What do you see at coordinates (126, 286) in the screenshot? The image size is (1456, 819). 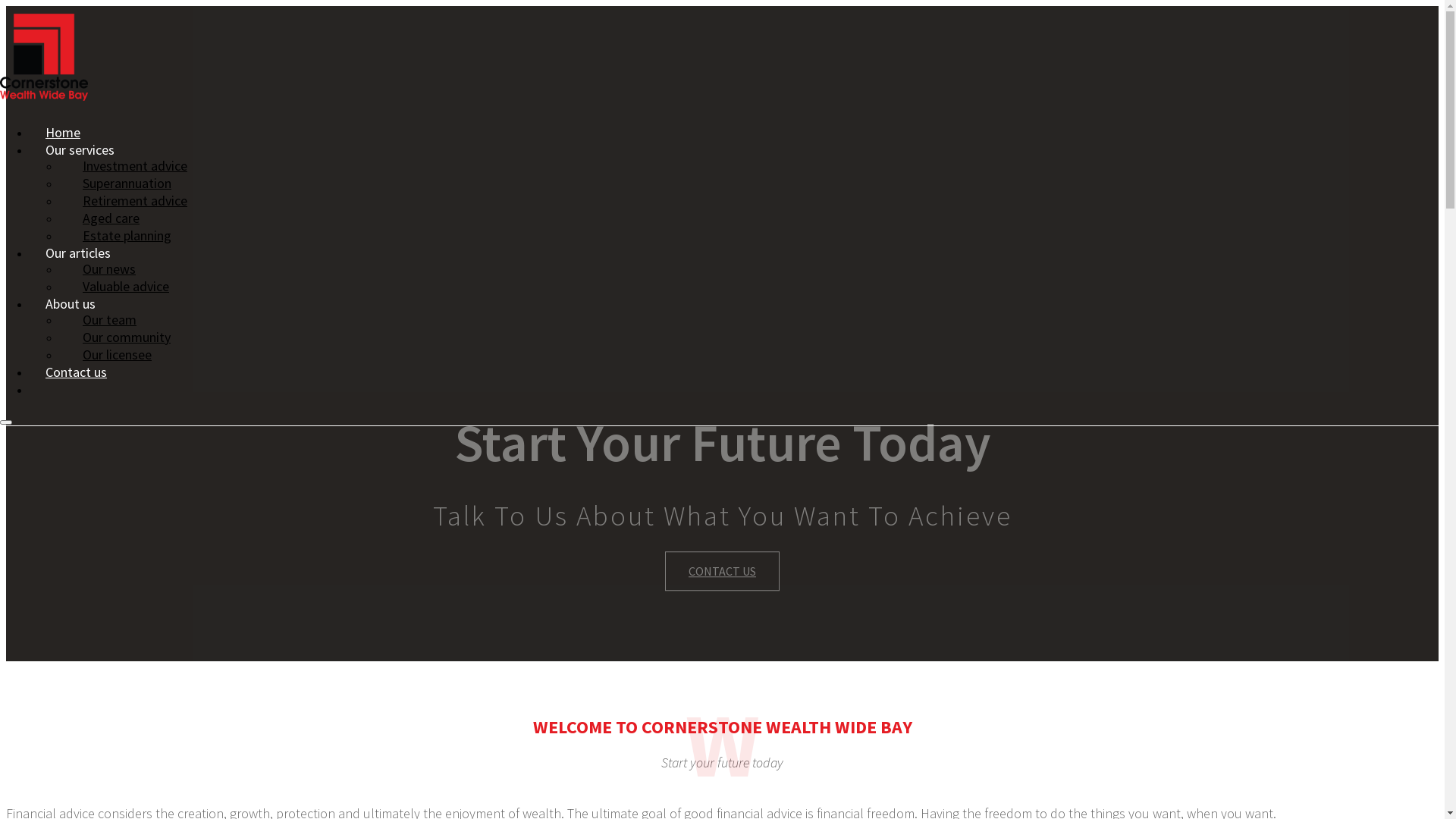 I see `'Valuable advice'` at bounding box center [126, 286].